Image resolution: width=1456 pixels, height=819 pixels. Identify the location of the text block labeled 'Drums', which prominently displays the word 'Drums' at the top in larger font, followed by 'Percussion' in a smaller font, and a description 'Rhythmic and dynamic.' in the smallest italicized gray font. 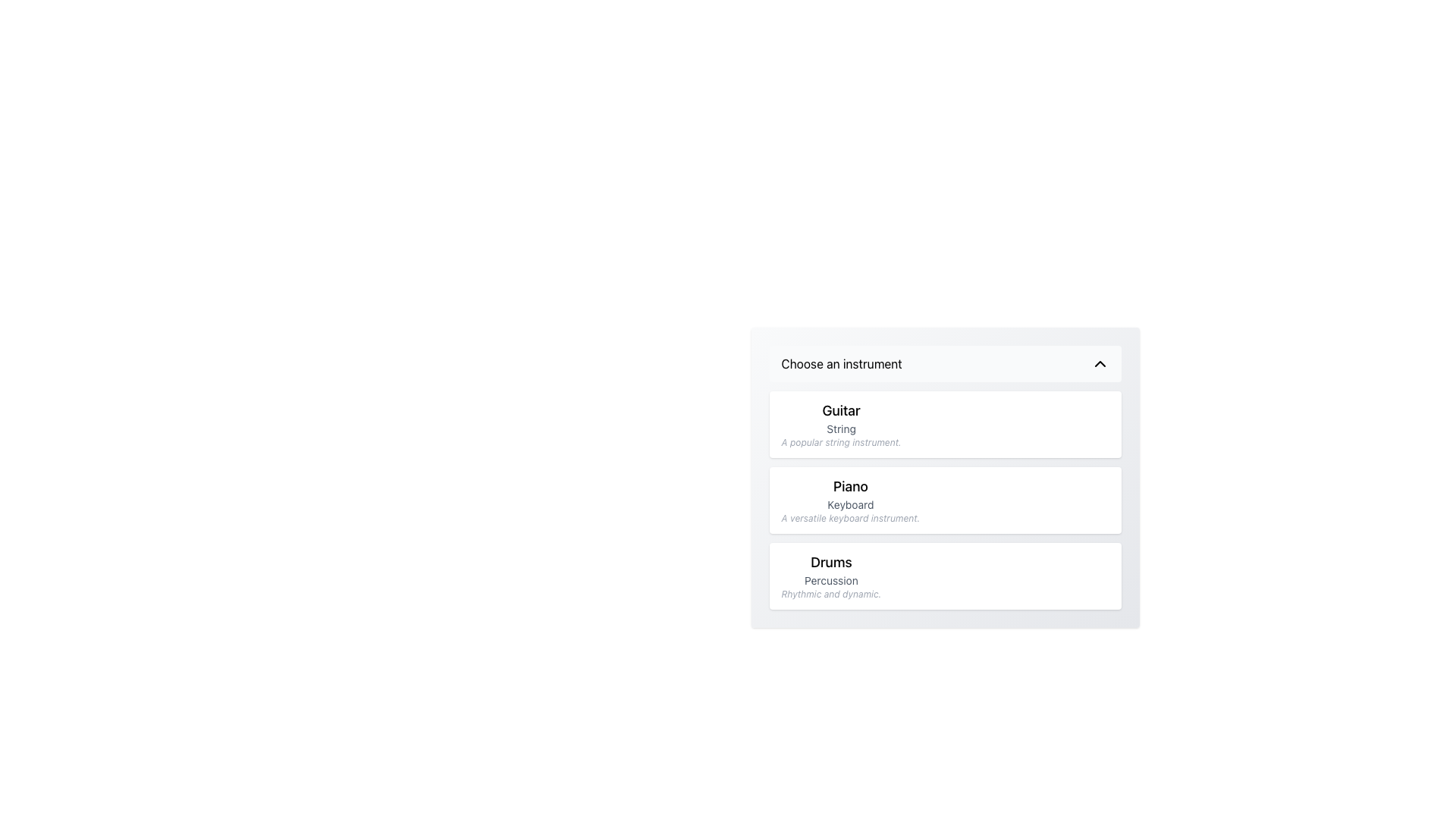
(830, 576).